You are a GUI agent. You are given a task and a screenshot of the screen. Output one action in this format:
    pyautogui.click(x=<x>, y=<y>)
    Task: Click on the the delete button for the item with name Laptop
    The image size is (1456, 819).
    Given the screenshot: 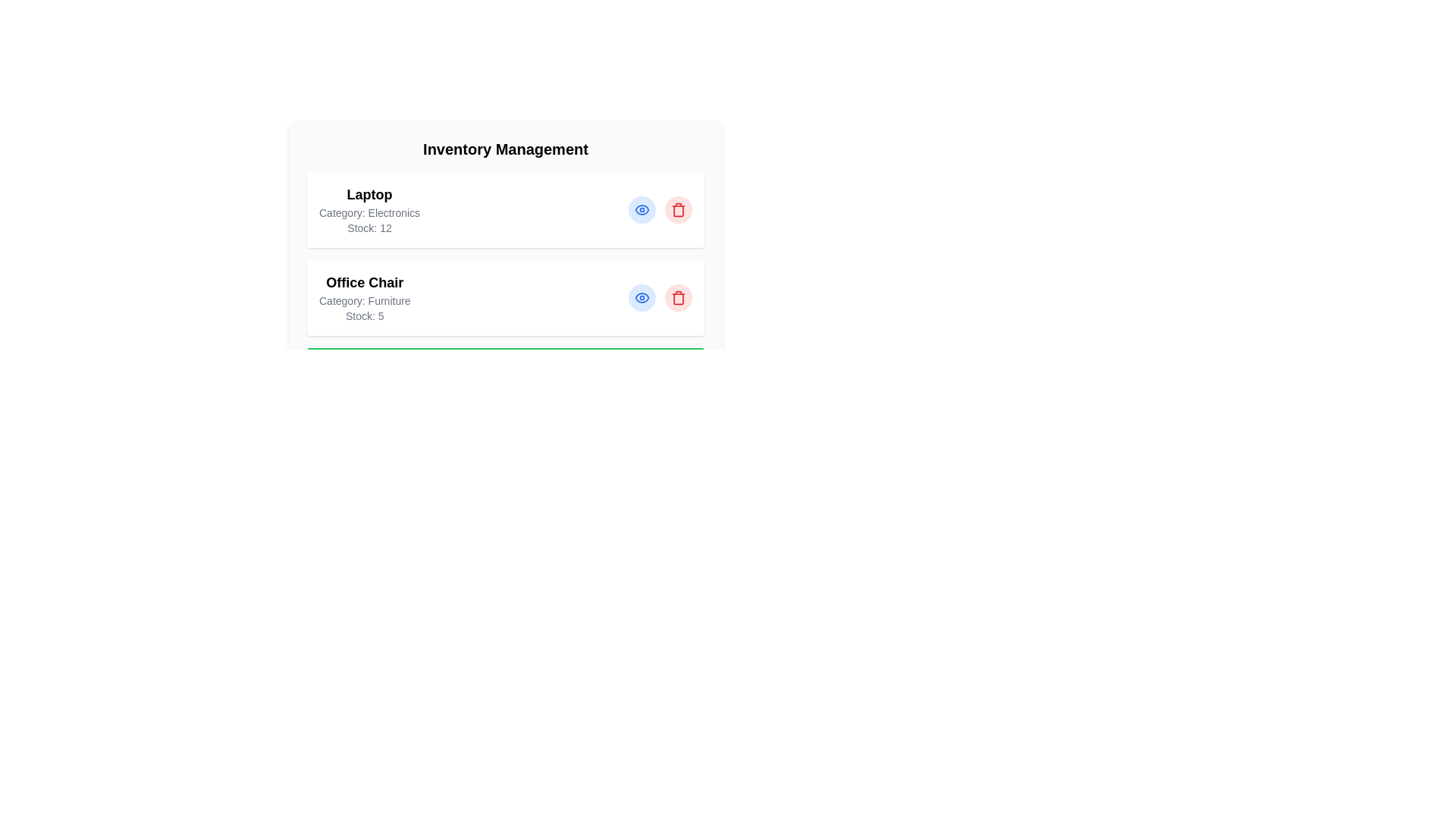 What is the action you would take?
    pyautogui.click(x=677, y=210)
    